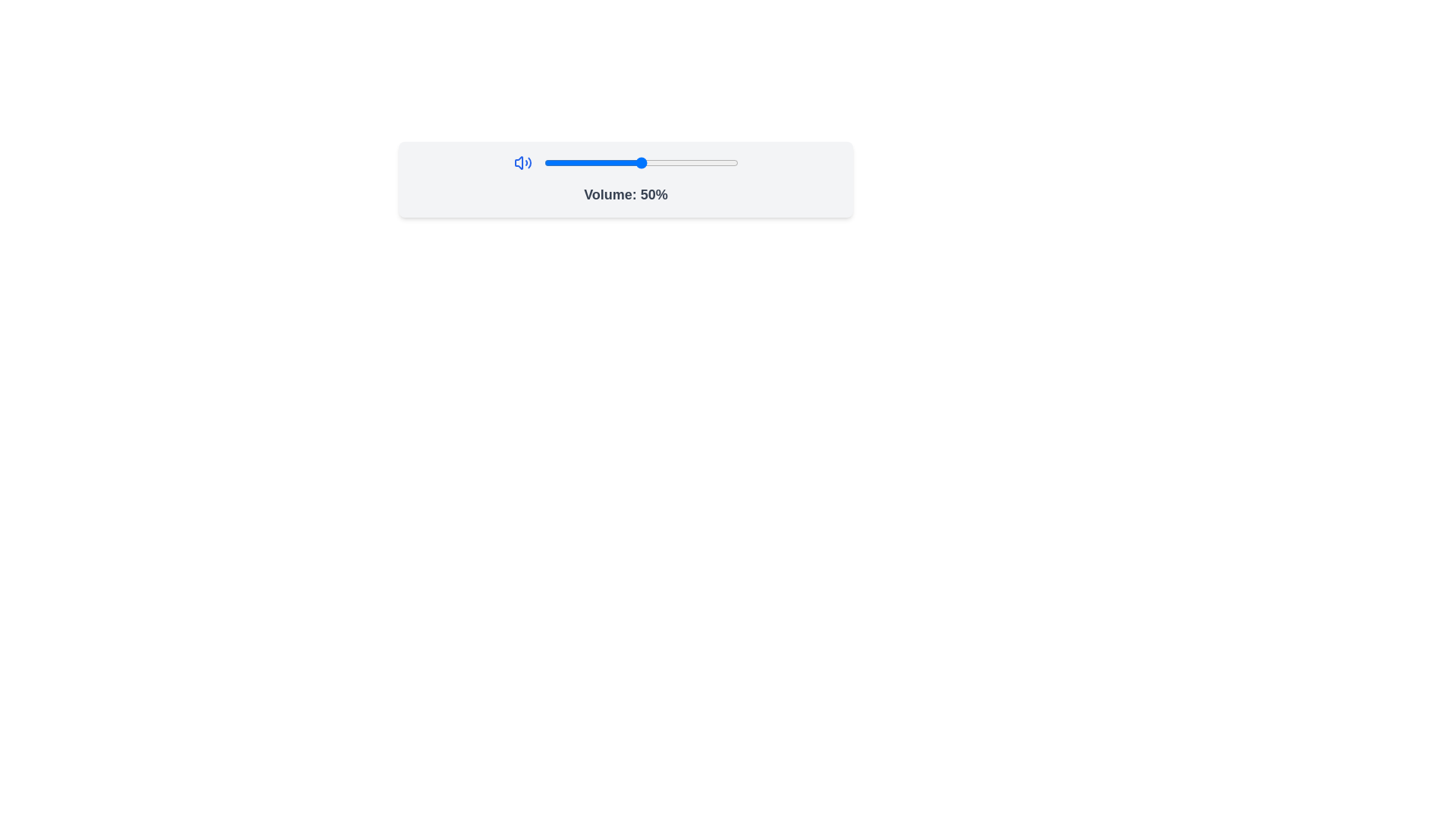 The image size is (1456, 819). Describe the element at coordinates (529, 163) in the screenshot. I see `the blue curved arc element of the speaker icon, which represents sound waves and is the outermost arc among three wave-like curves` at that location.